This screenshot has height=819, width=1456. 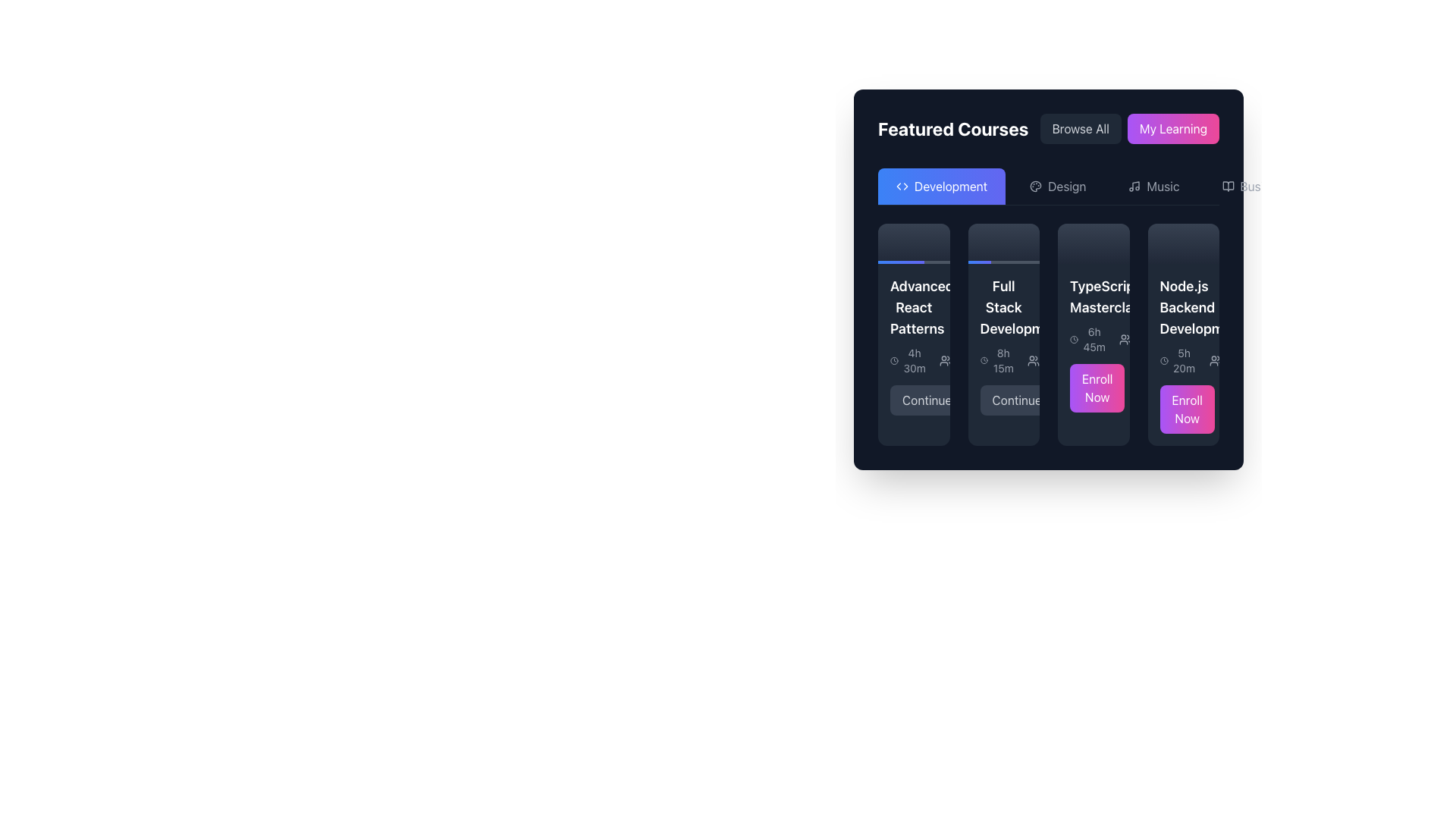 I want to click on the play button located at the center of the 'Full Stack Development' course card, so click(x=1003, y=243).